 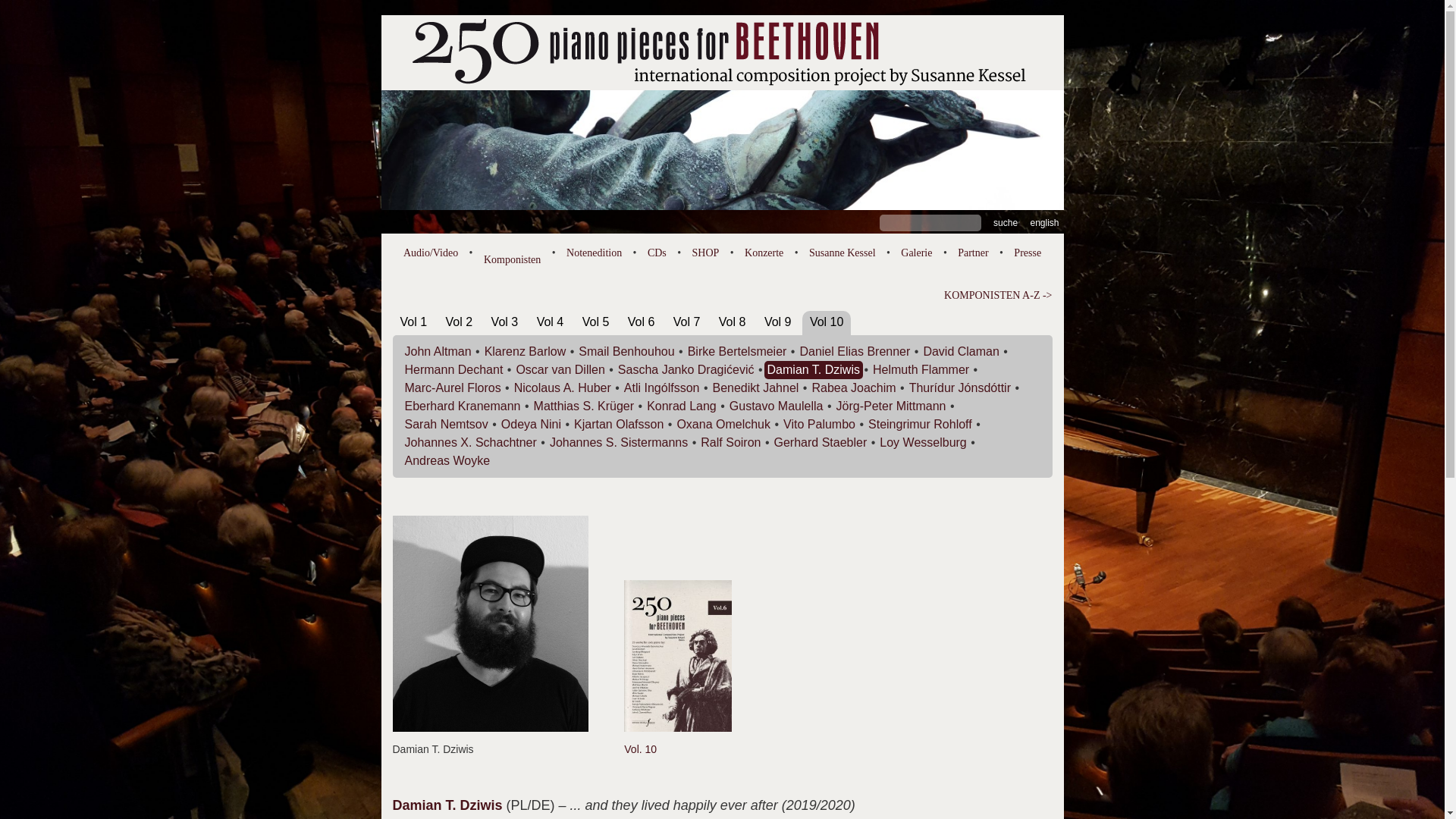 What do you see at coordinates (723, 424) in the screenshot?
I see `'Oxana Omelchuk'` at bounding box center [723, 424].